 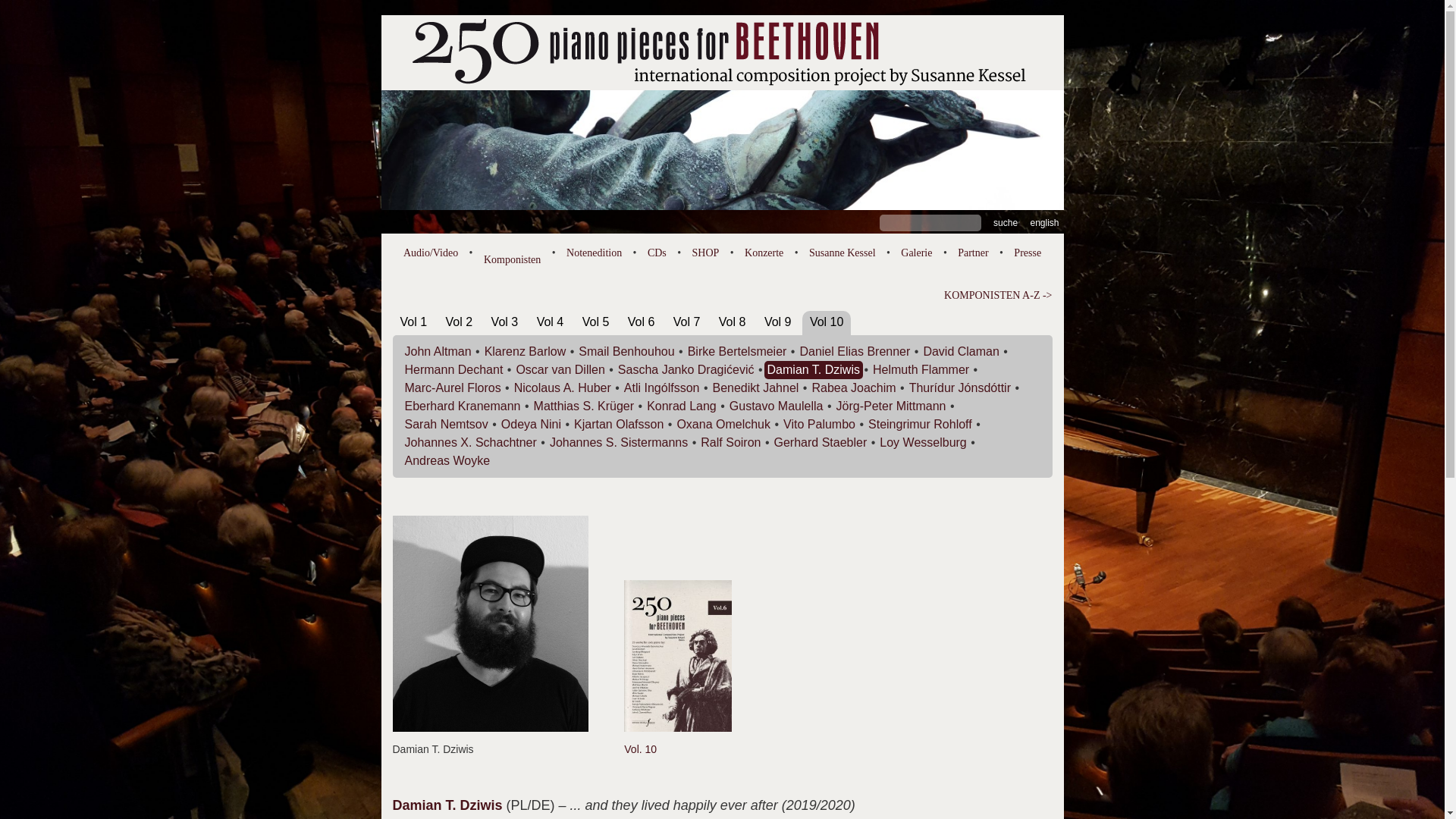 What do you see at coordinates (723, 424) in the screenshot?
I see `'Oxana Omelchuk'` at bounding box center [723, 424].